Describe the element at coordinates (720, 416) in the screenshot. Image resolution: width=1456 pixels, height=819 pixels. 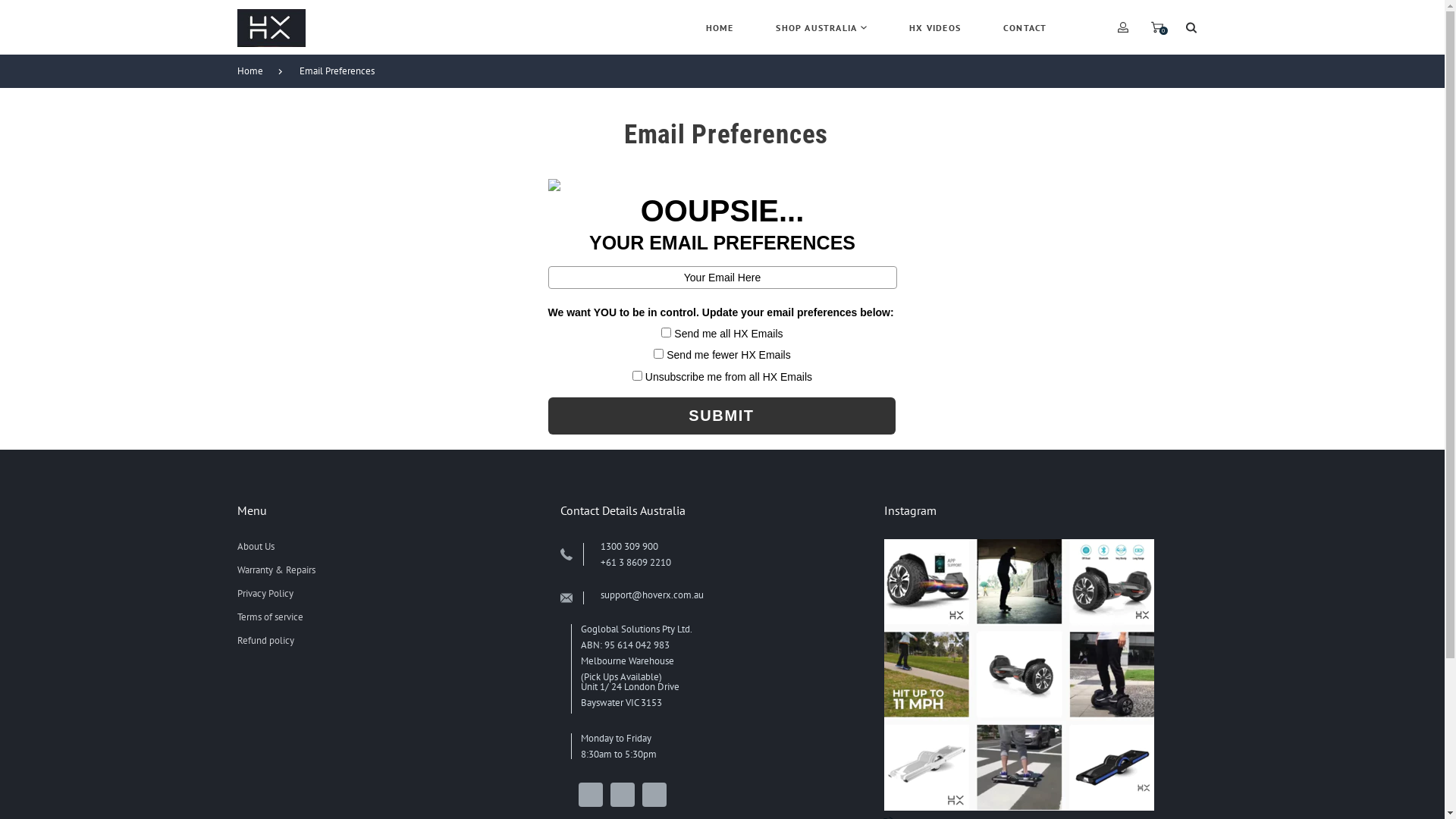
I see `'SUBMIT'` at that location.